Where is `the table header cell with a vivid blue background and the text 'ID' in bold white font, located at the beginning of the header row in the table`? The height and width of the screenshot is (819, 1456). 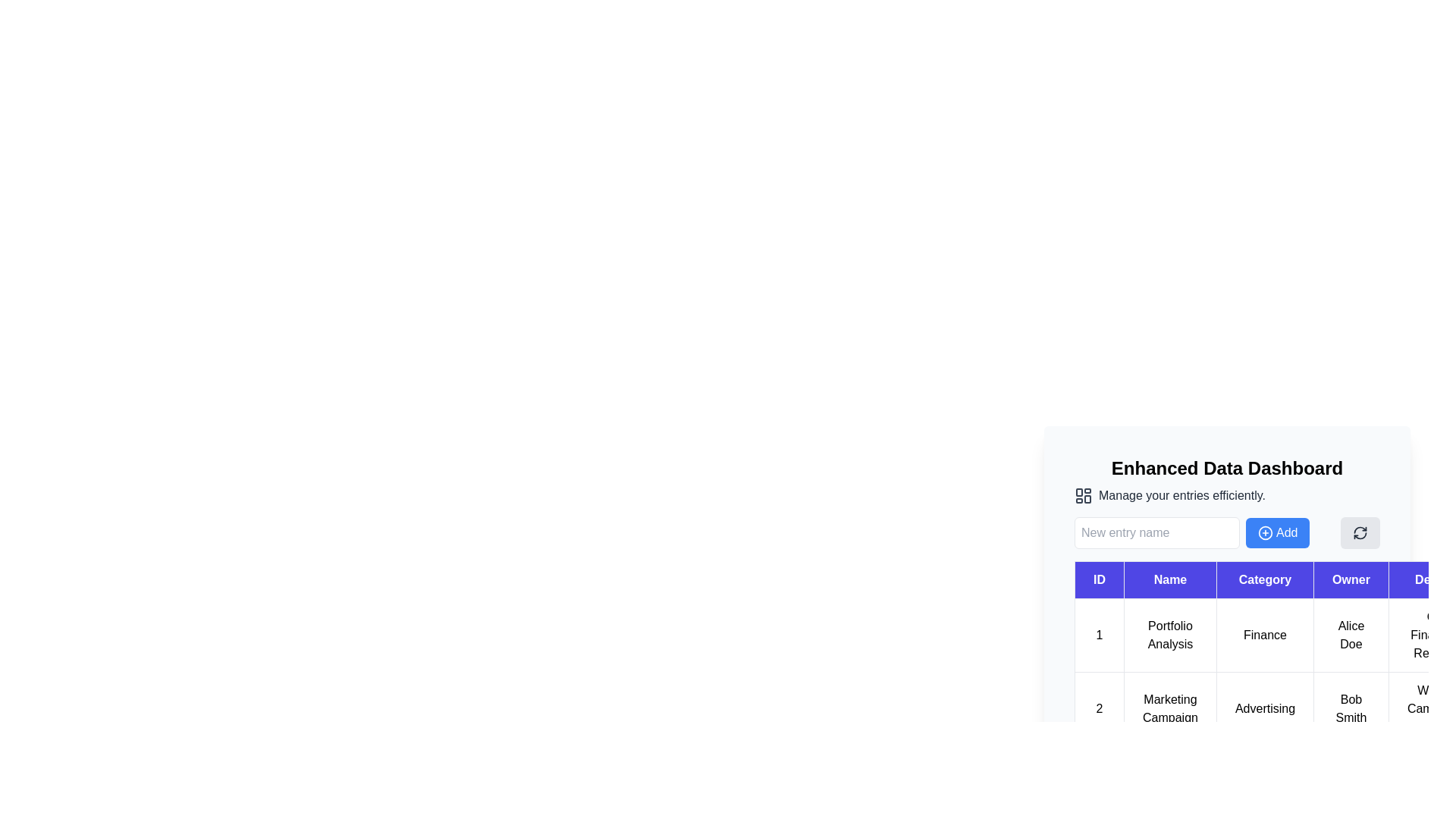 the table header cell with a vivid blue background and the text 'ID' in bold white font, located at the beginning of the header row in the table is located at coordinates (1099, 579).